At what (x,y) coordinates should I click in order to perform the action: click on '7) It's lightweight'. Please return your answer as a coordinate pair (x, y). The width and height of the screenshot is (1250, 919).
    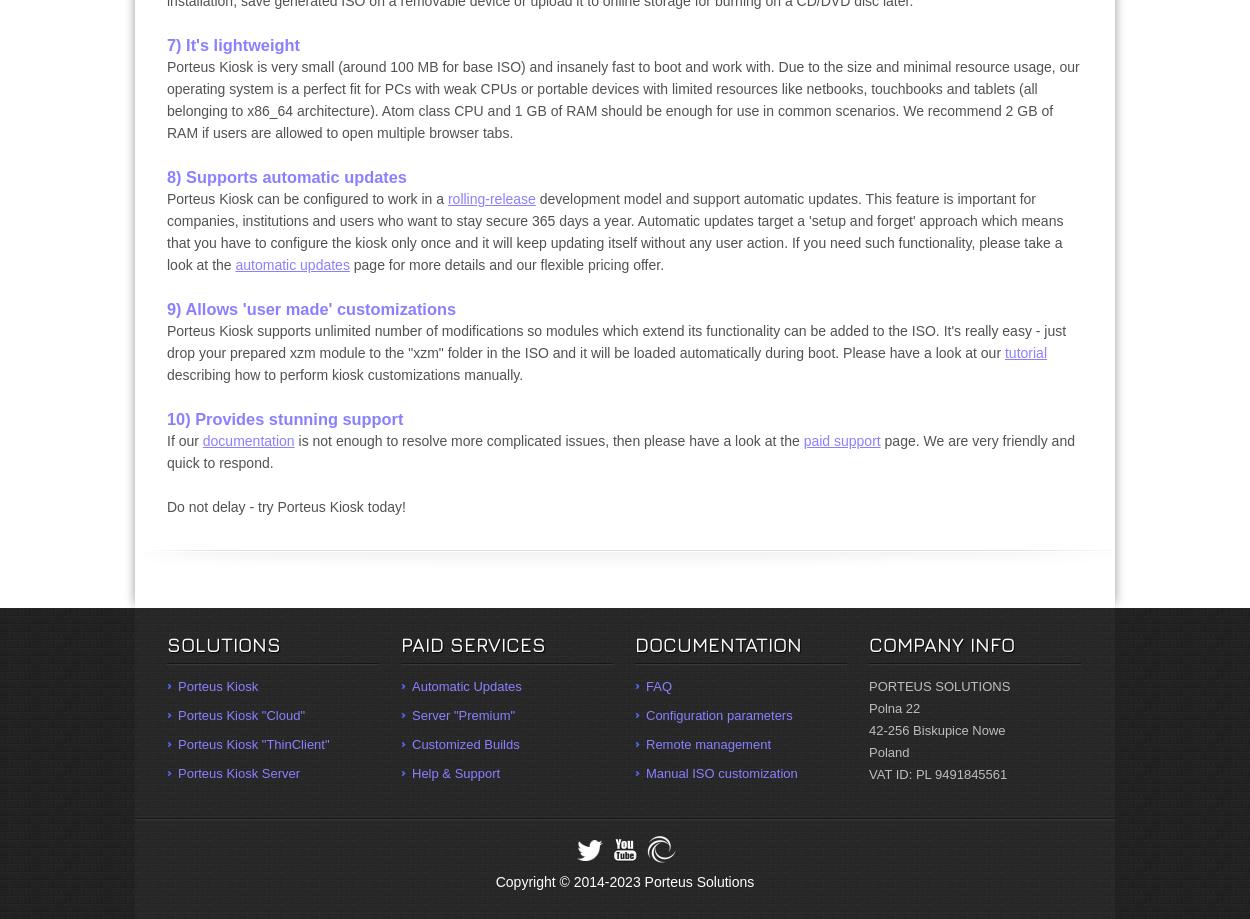
    Looking at the image, I should click on (232, 45).